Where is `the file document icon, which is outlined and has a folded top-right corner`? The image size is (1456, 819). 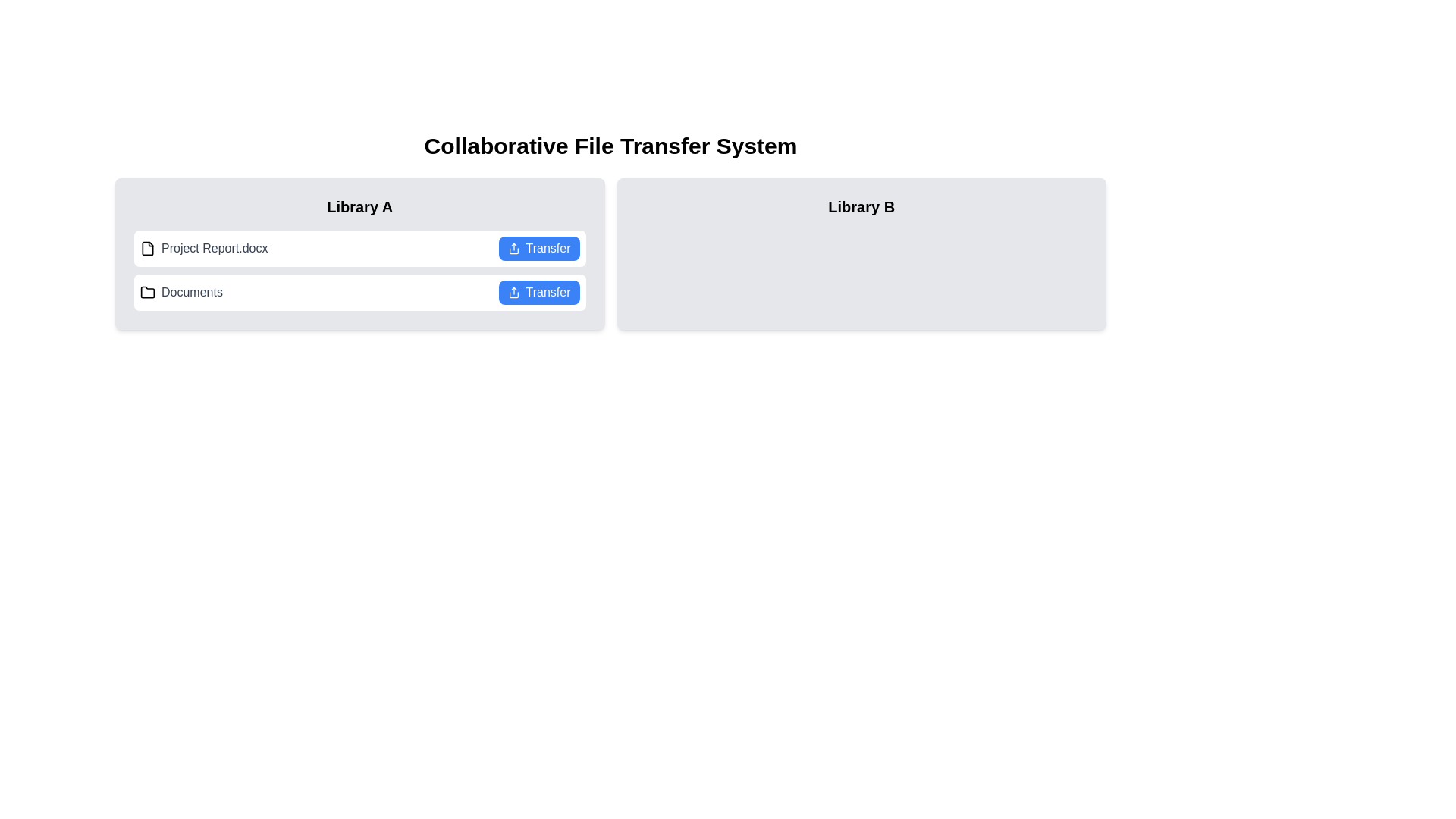
the file document icon, which is outlined and has a folded top-right corner is located at coordinates (148, 247).